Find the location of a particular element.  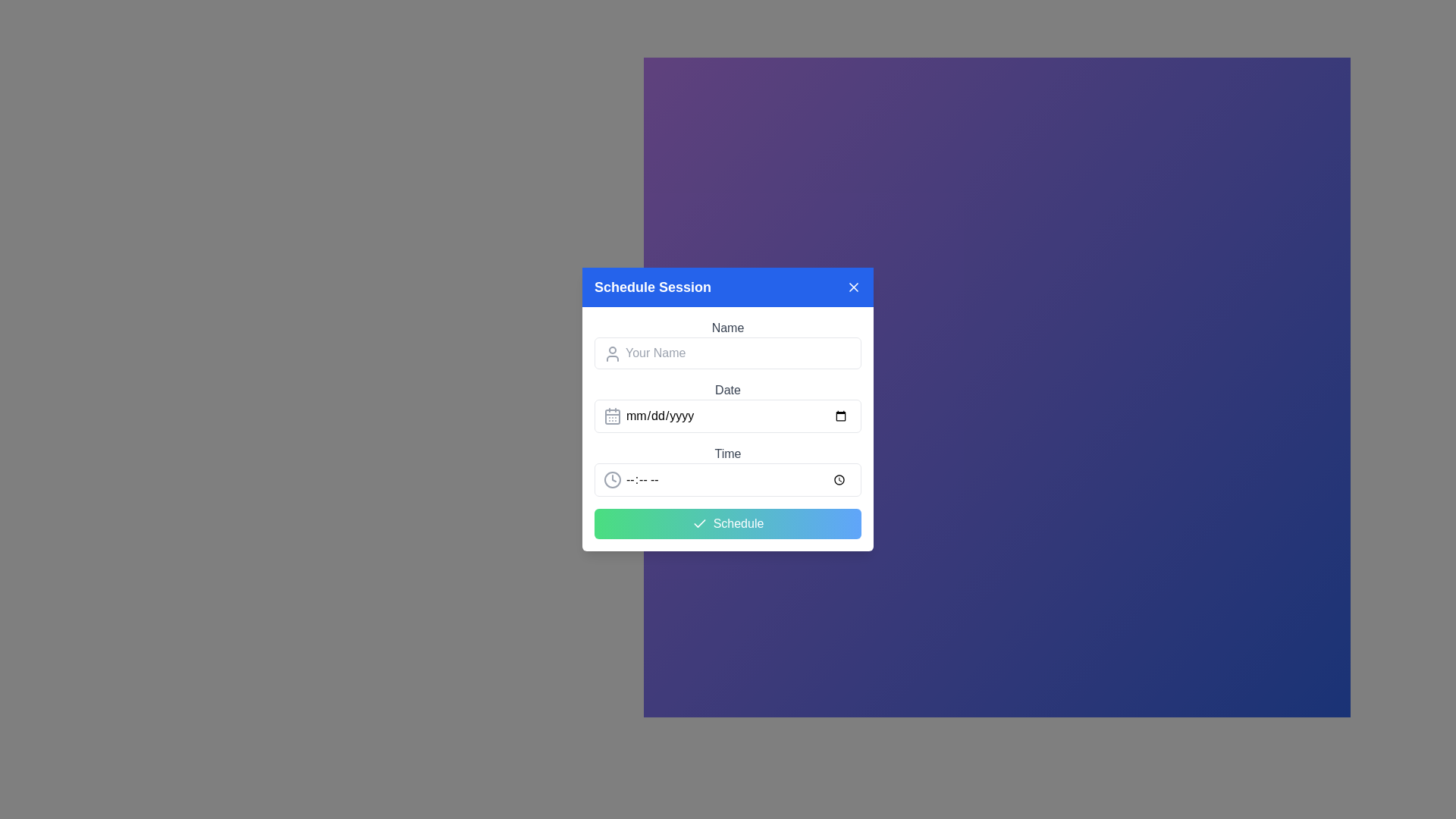

the checkmark icon located on the left side of the 'Schedule' button is located at coordinates (698, 522).